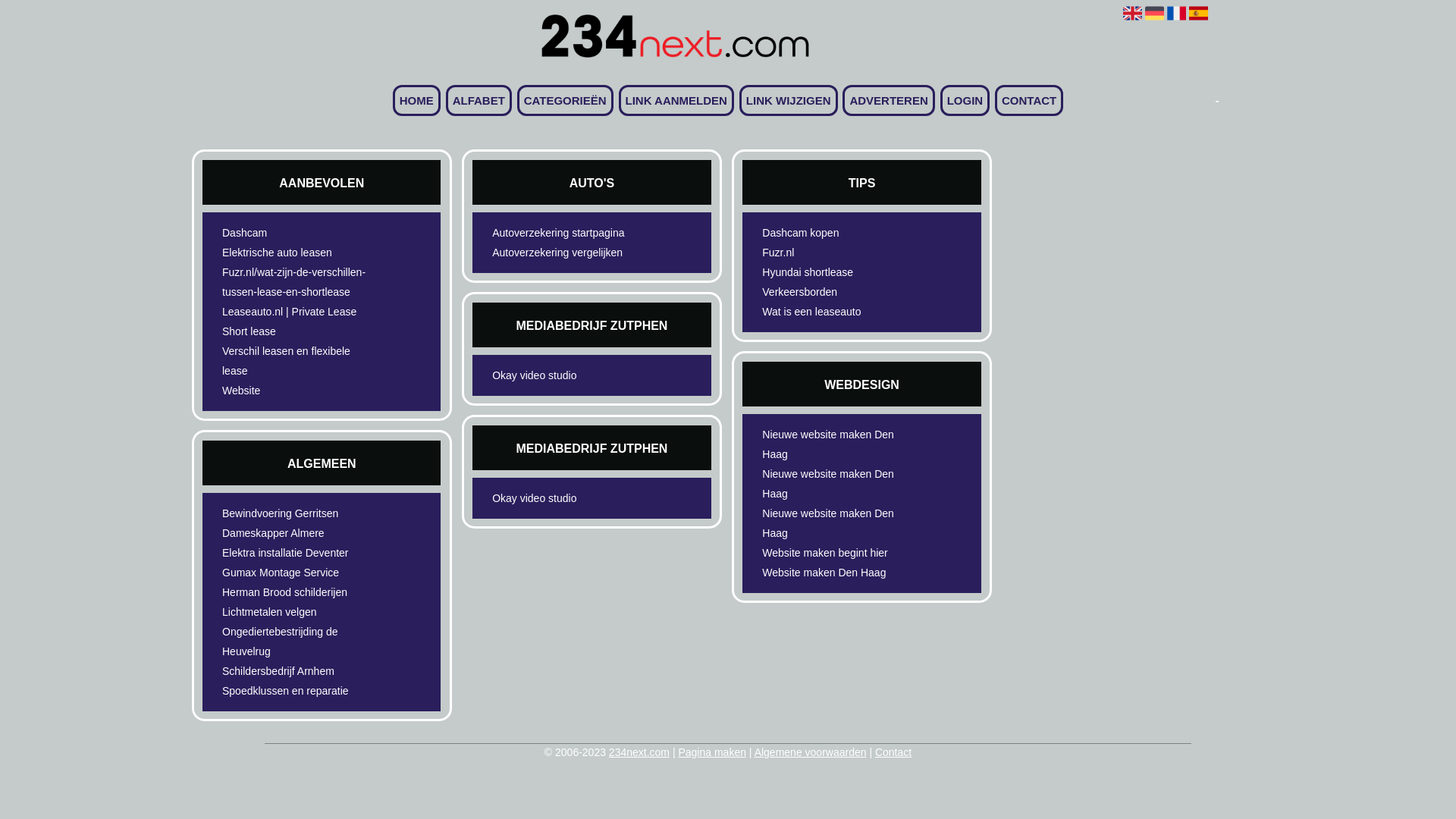 This screenshot has width=1456, height=819. What do you see at coordinates (217, 532) in the screenshot?
I see `'Dameskapper Almere'` at bounding box center [217, 532].